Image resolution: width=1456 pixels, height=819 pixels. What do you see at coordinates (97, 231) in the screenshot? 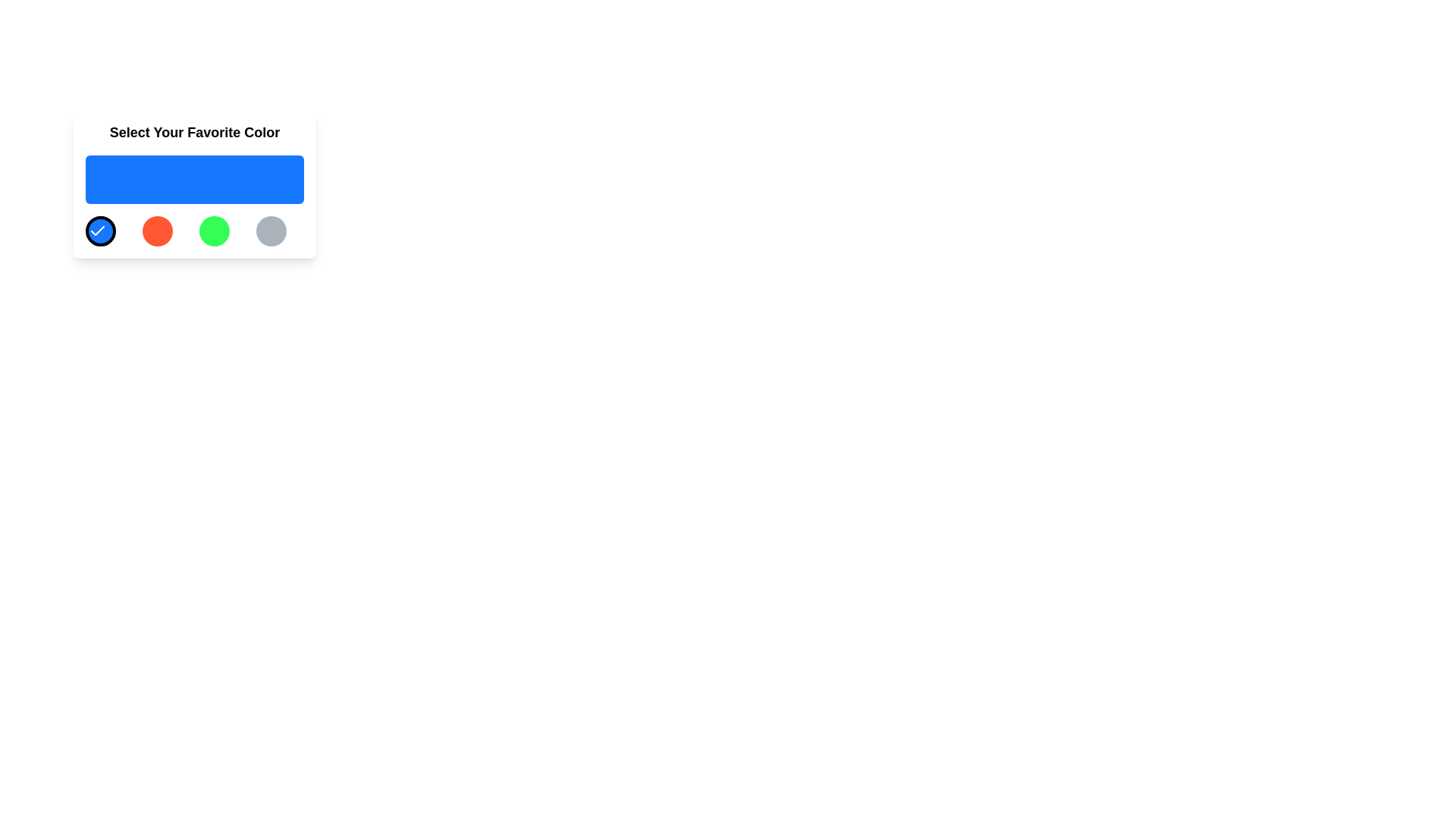
I see `the checkmark icon located in the center of the circular black button with a blue background, which is the first button in a horizontal group of four circular buttons` at bounding box center [97, 231].